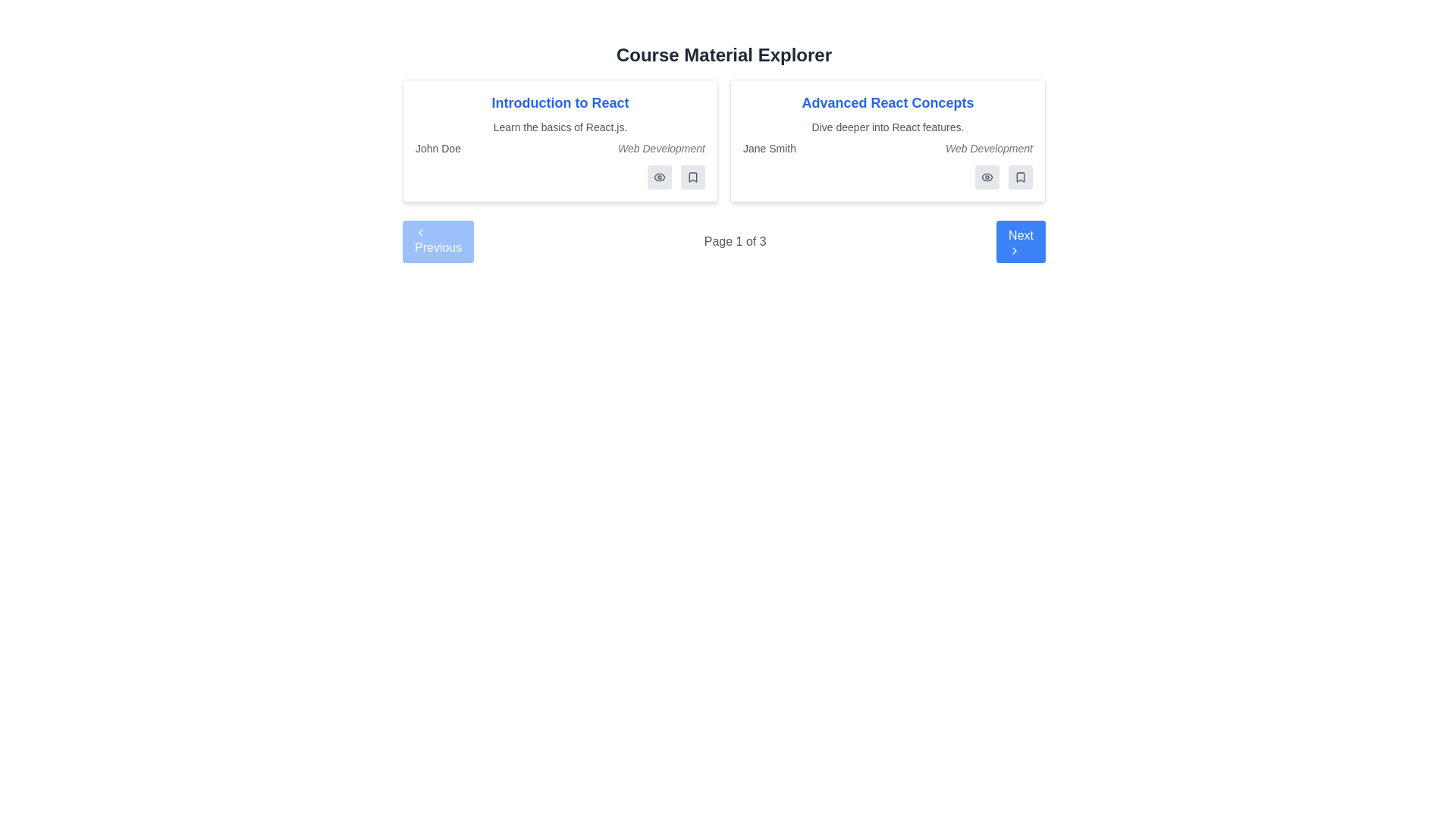 This screenshot has width=1456, height=819. Describe the element at coordinates (888, 127) in the screenshot. I see `the text label located in the middle portion of the right card labeled 'Advanced React Concepts', which serves as a brief explanatory subtitle and is the second line of textual information` at that location.